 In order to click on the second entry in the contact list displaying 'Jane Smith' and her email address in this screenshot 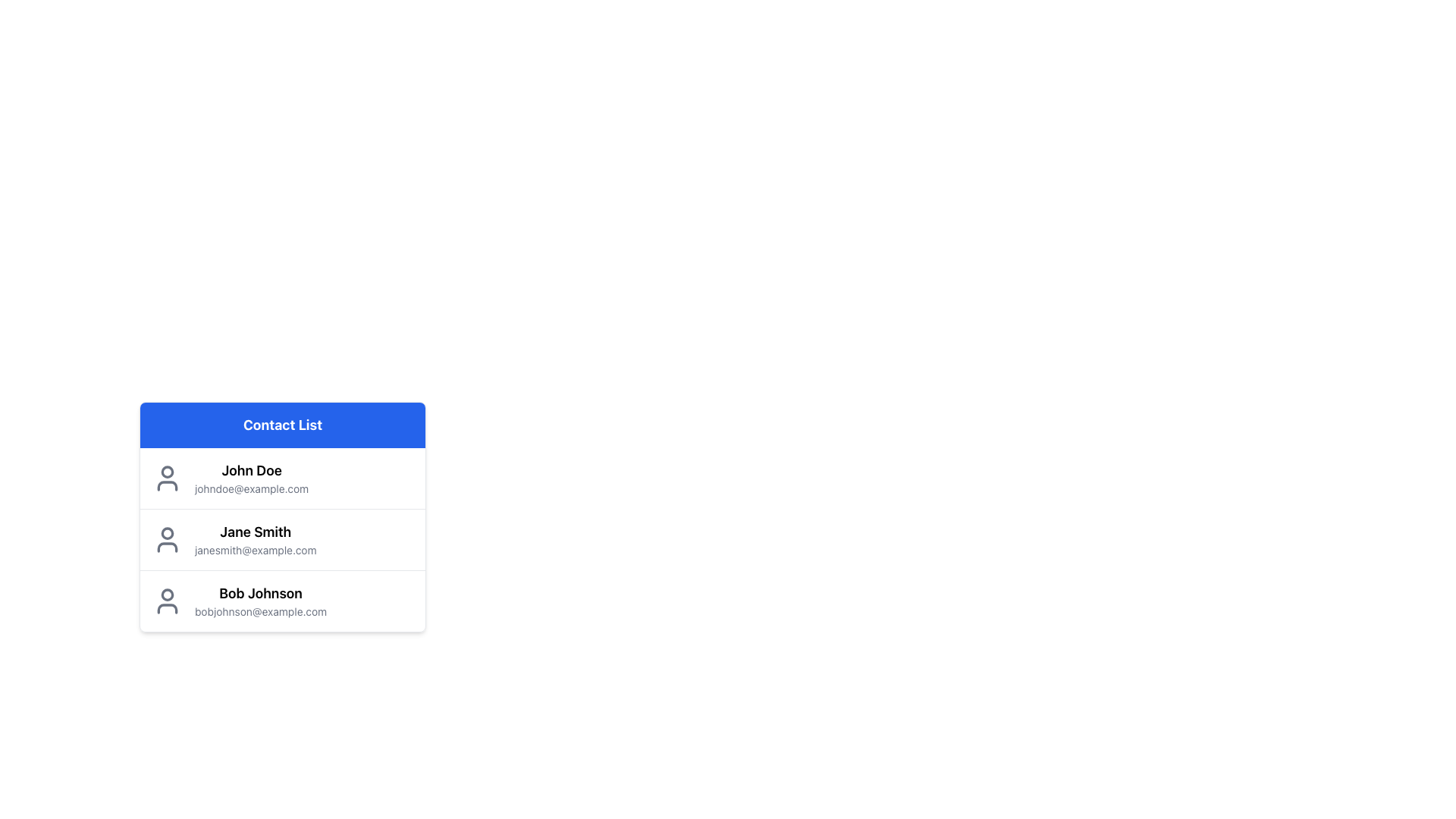, I will do `click(283, 539)`.